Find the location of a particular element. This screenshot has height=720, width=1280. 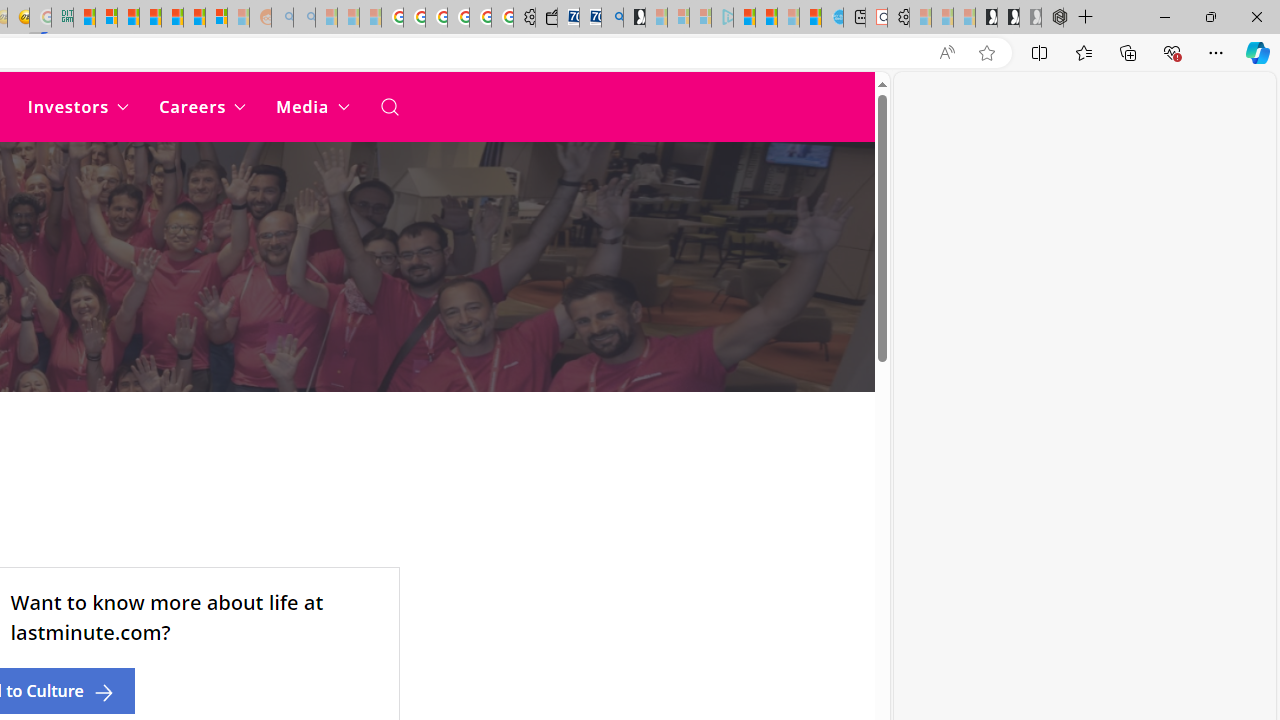

'Media' is located at coordinates (311, 106).